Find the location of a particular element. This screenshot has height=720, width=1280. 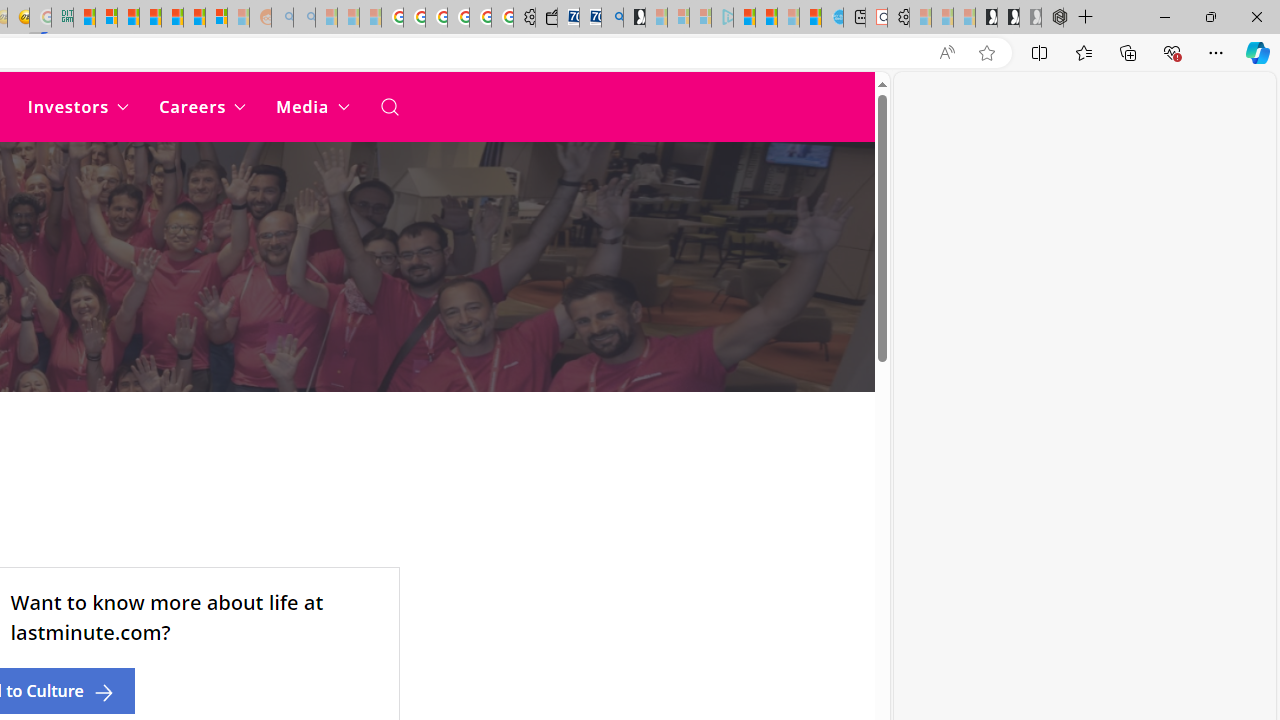

'Media' is located at coordinates (311, 106).